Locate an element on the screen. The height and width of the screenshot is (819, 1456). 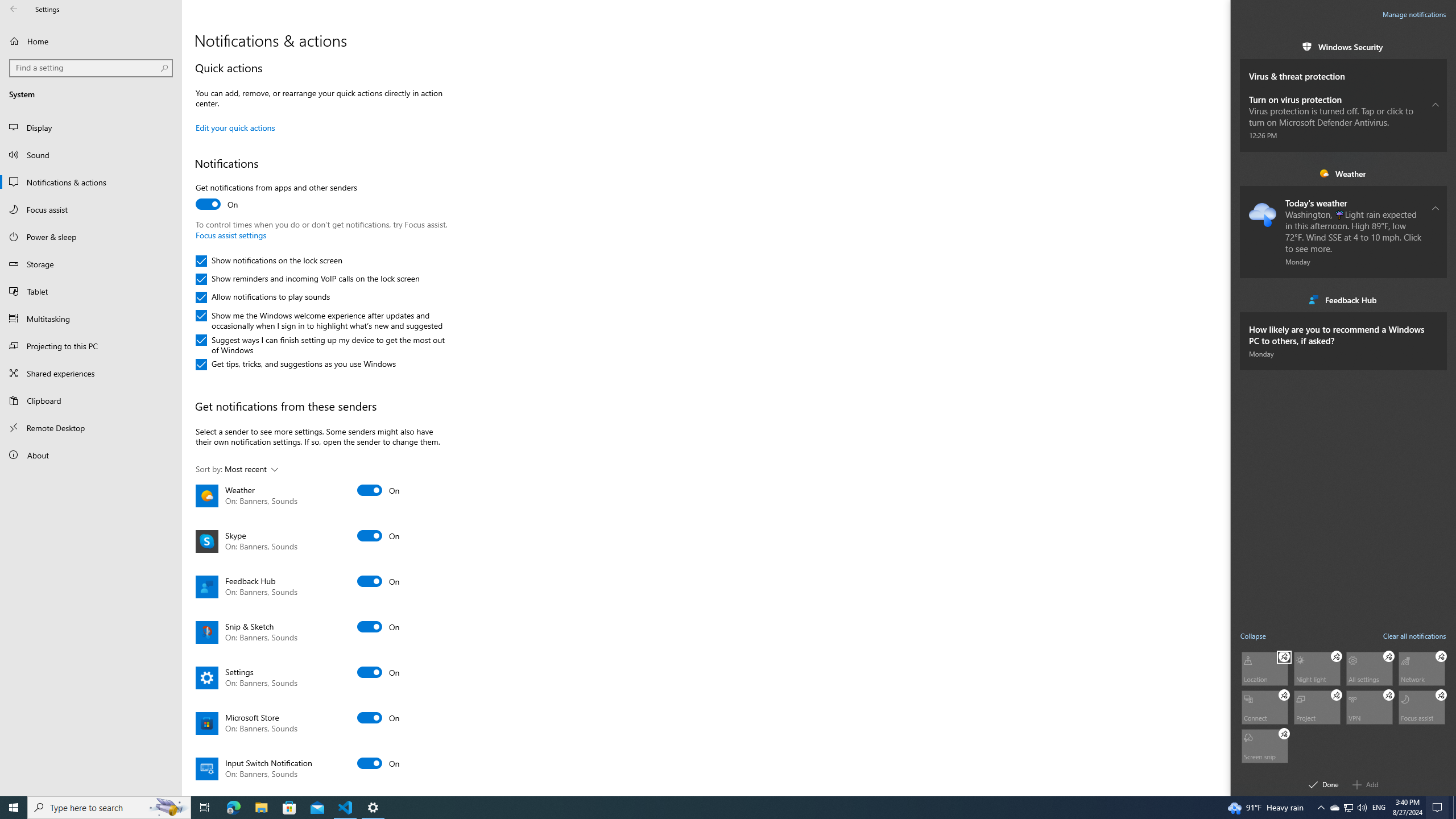
'File Explorer' is located at coordinates (260, 806).